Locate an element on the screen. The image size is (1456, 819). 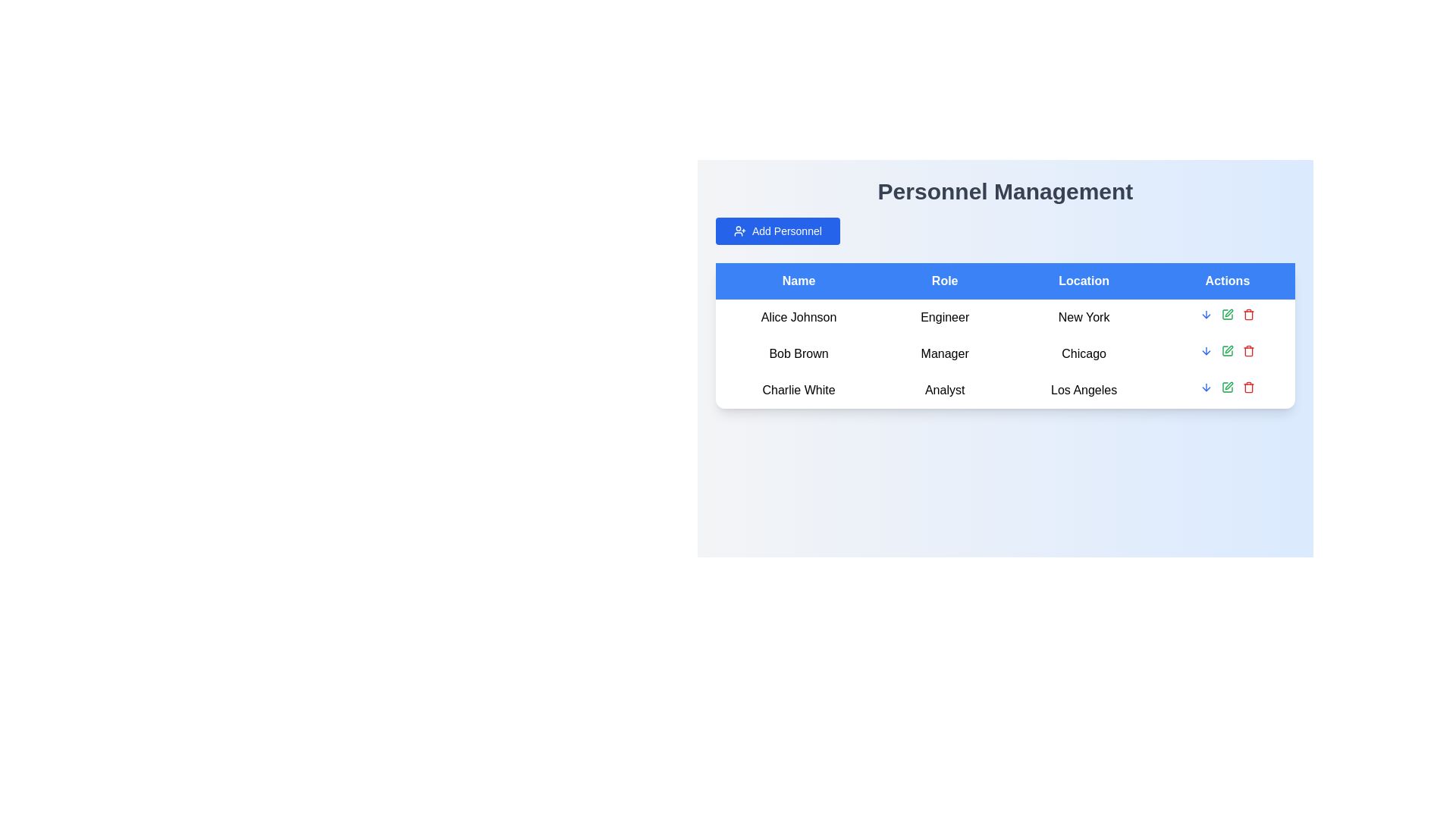
text content of the 'Analyst' role designation for 'Charlie White' located in the second cell of the 'Role' column in the table is located at coordinates (944, 390).